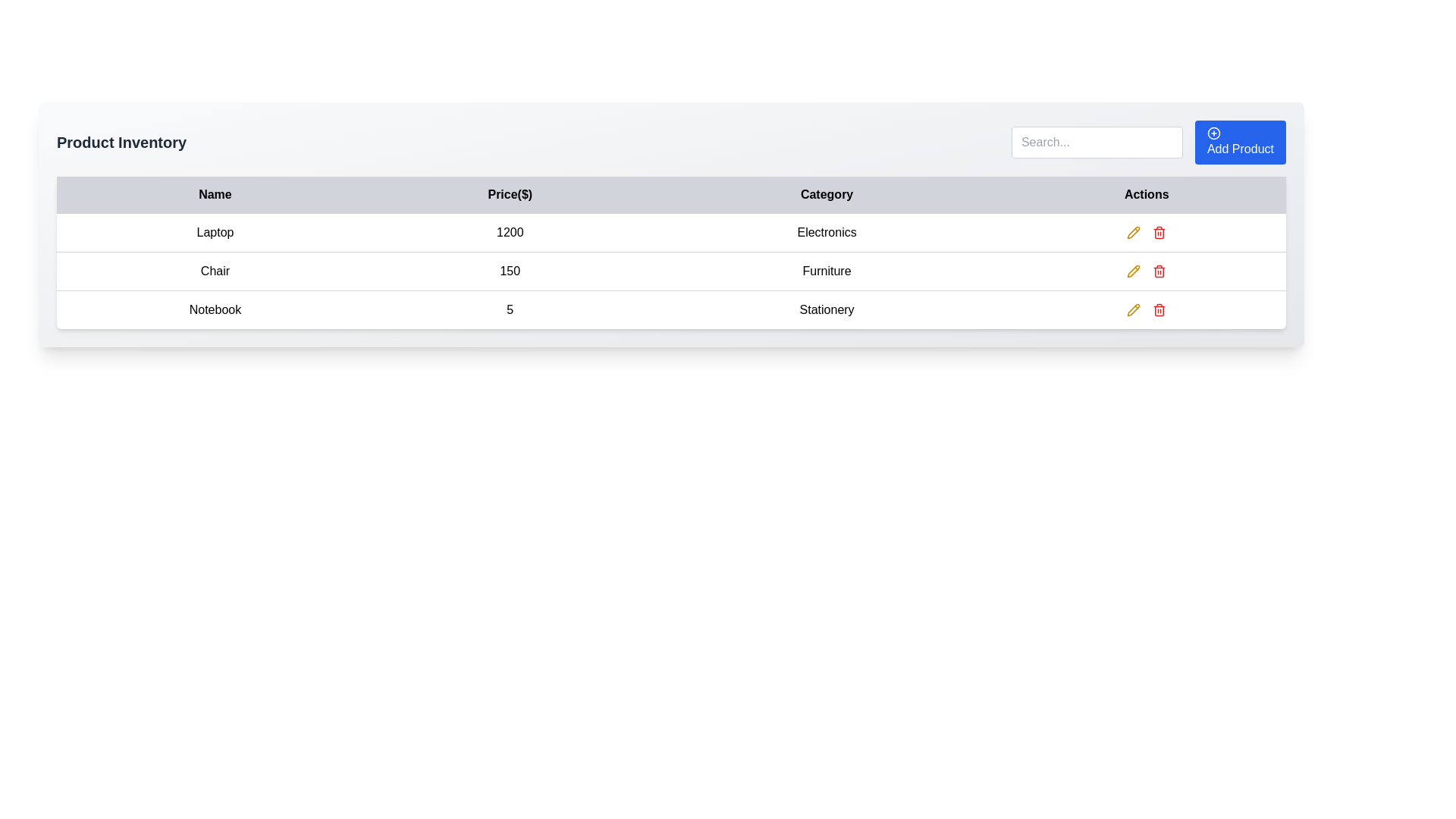 The height and width of the screenshot is (819, 1456). I want to click on the delete icon in the actions column of the row corresponding to the item 'Chair', so click(1159, 233).